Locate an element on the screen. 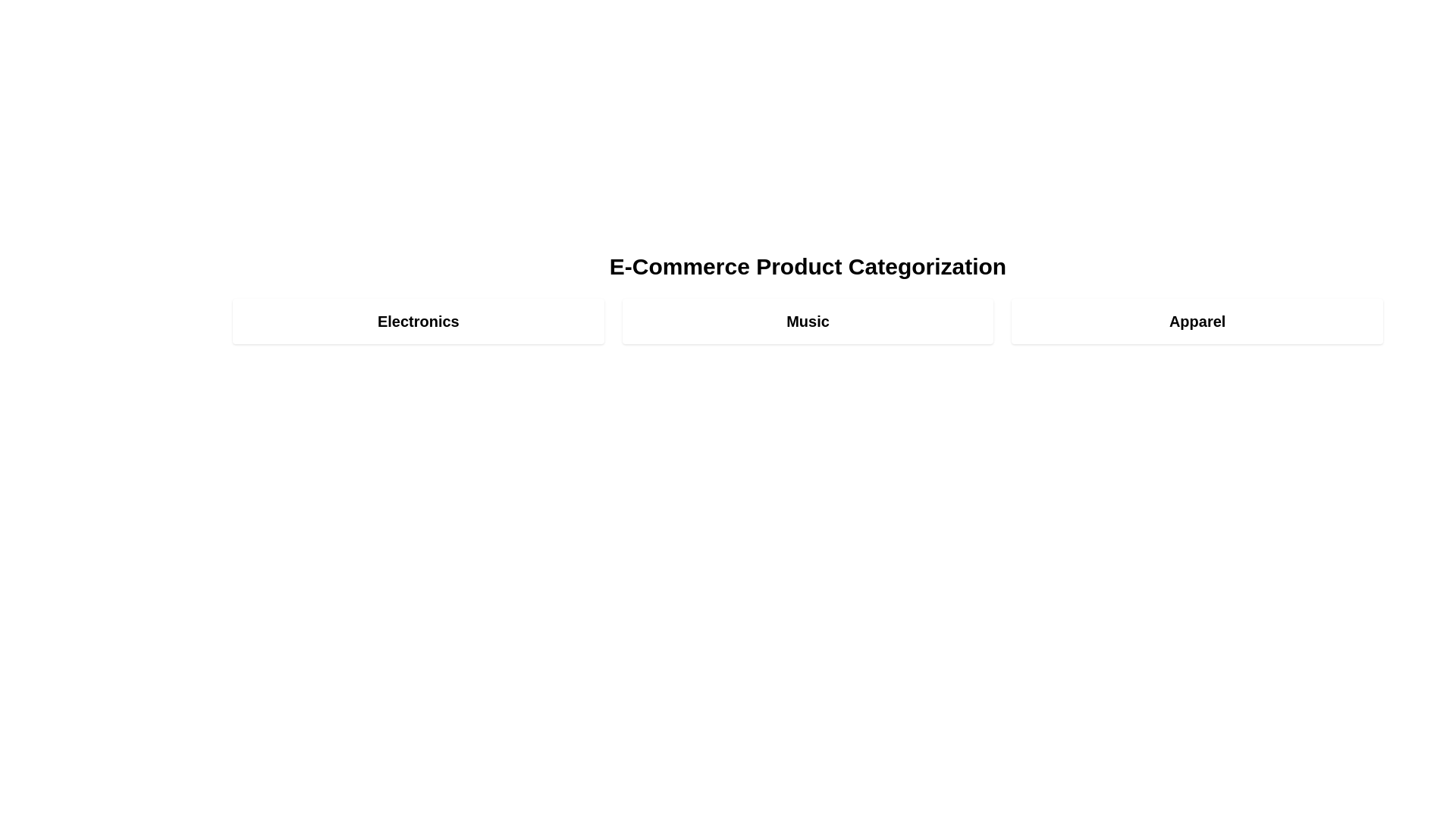 This screenshot has width=1456, height=819. the Electronics category to interact with its list is located at coordinates (418, 321).